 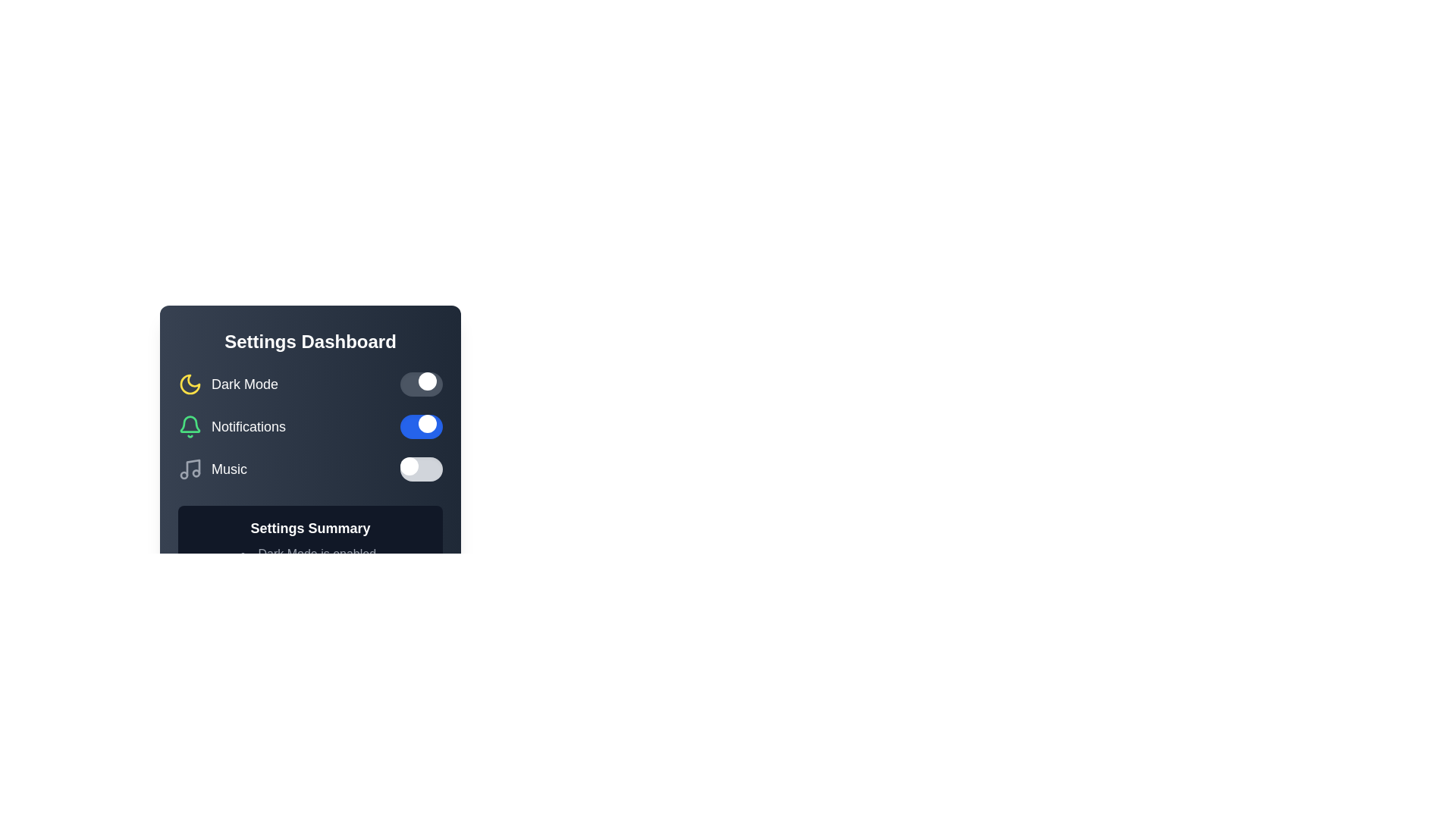 I want to click on the toggle switch for Notifications, located to the right of the 'Notifications' label in the 'Settings Dashboard', to receive visual feedback, so click(x=422, y=427).